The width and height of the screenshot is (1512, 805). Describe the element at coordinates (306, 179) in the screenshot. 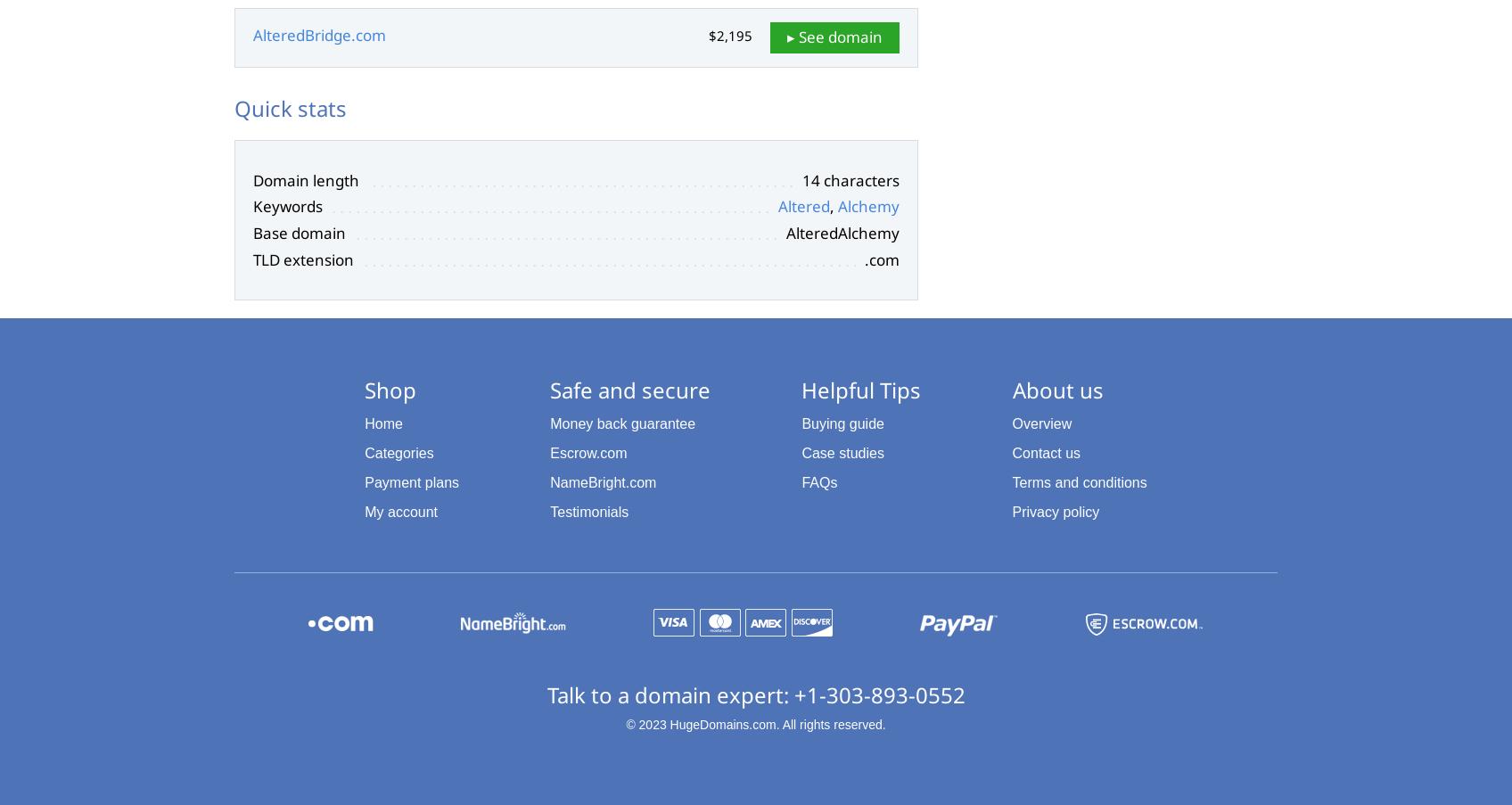

I see `'Domain length'` at that location.